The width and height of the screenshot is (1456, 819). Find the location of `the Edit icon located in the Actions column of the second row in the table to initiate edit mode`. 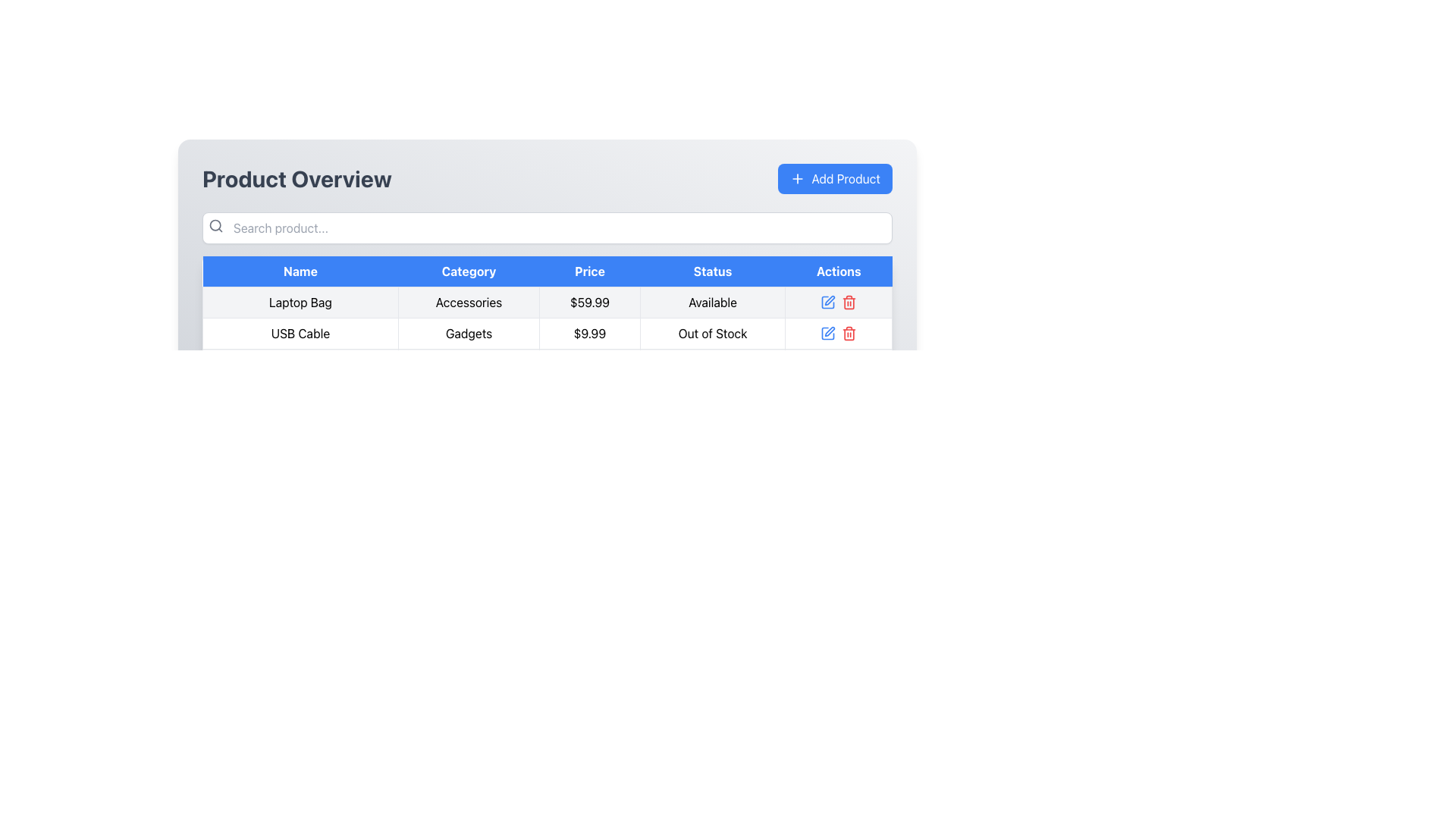

the Edit icon located in the Actions column of the second row in the table to initiate edit mode is located at coordinates (829, 300).